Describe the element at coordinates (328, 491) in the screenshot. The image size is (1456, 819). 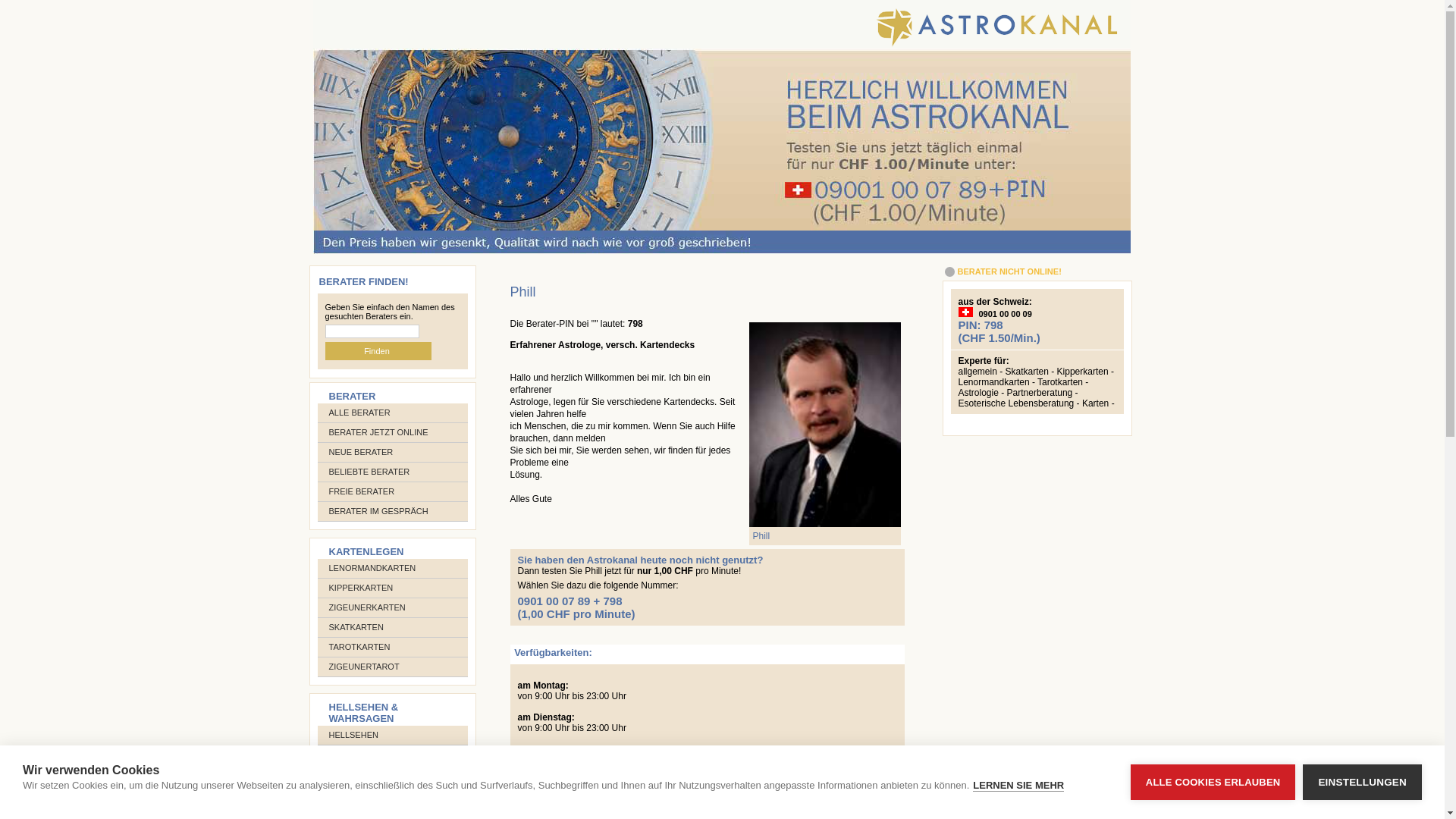
I see `'FREIE BERATER'` at that location.